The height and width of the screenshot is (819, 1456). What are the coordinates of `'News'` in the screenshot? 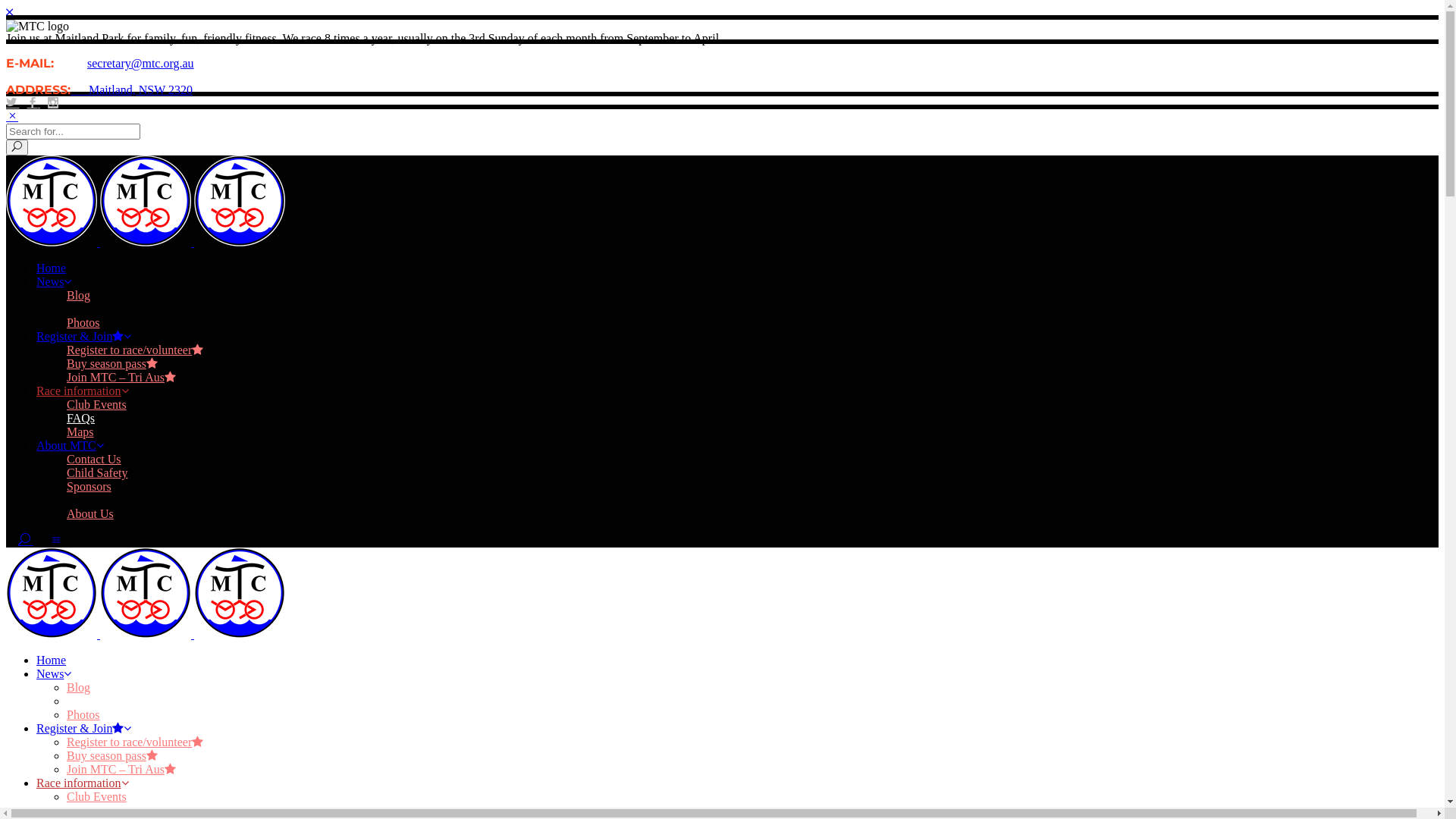 It's located at (36, 673).